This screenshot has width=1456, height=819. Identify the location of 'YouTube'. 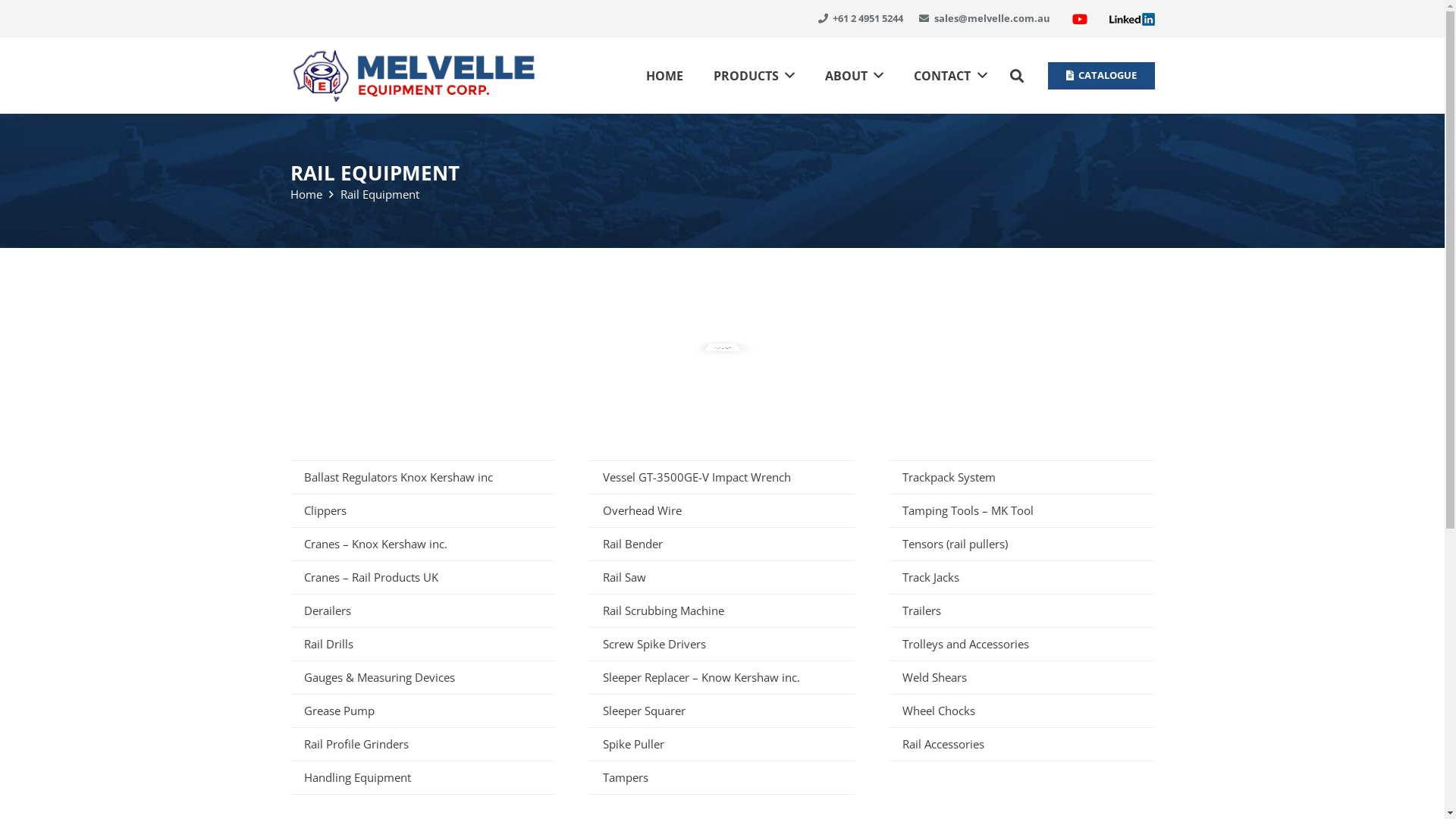
(1079, 18).